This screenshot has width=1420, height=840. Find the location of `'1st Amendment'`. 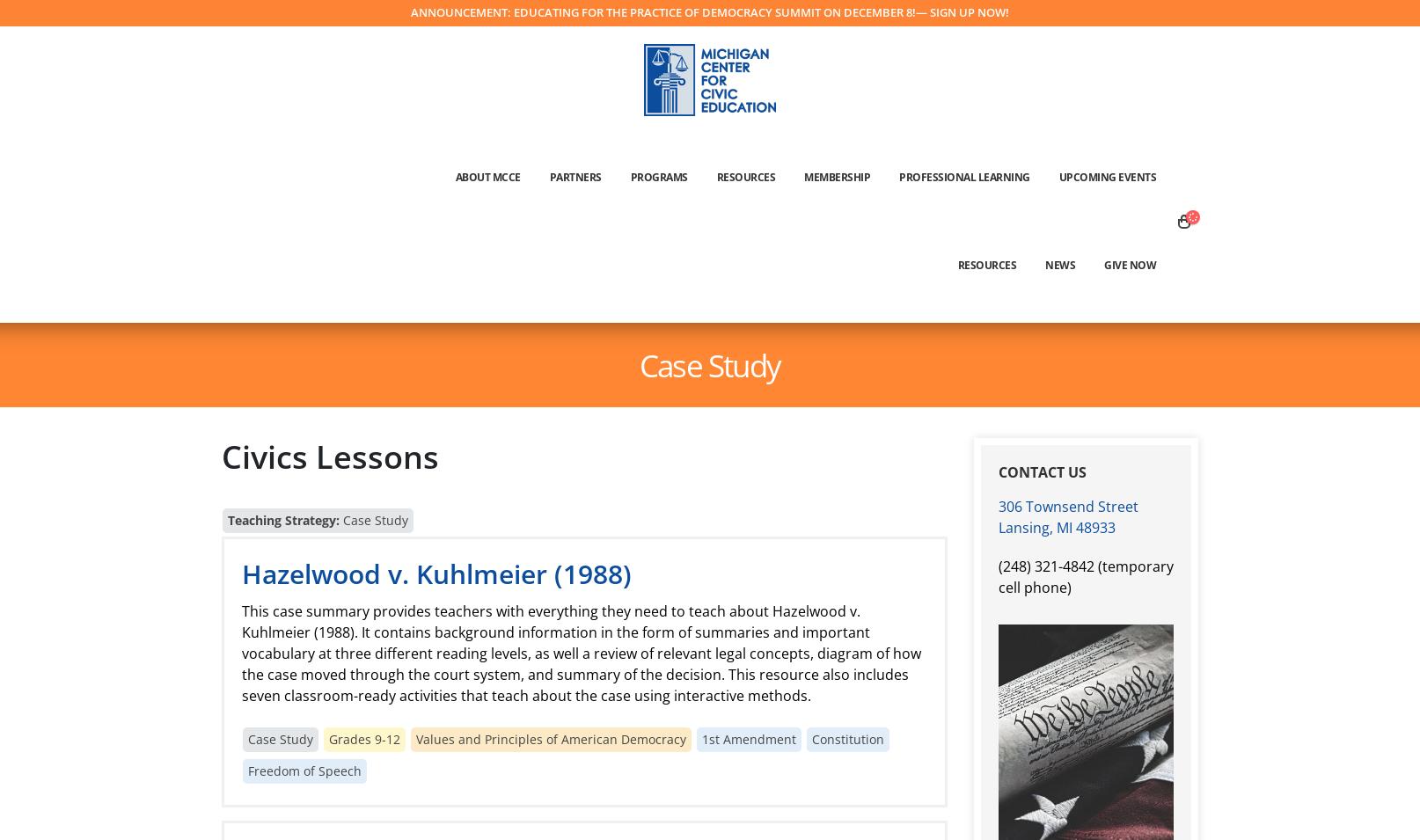

'1st Amendment' is located at coordinates (700, 739).